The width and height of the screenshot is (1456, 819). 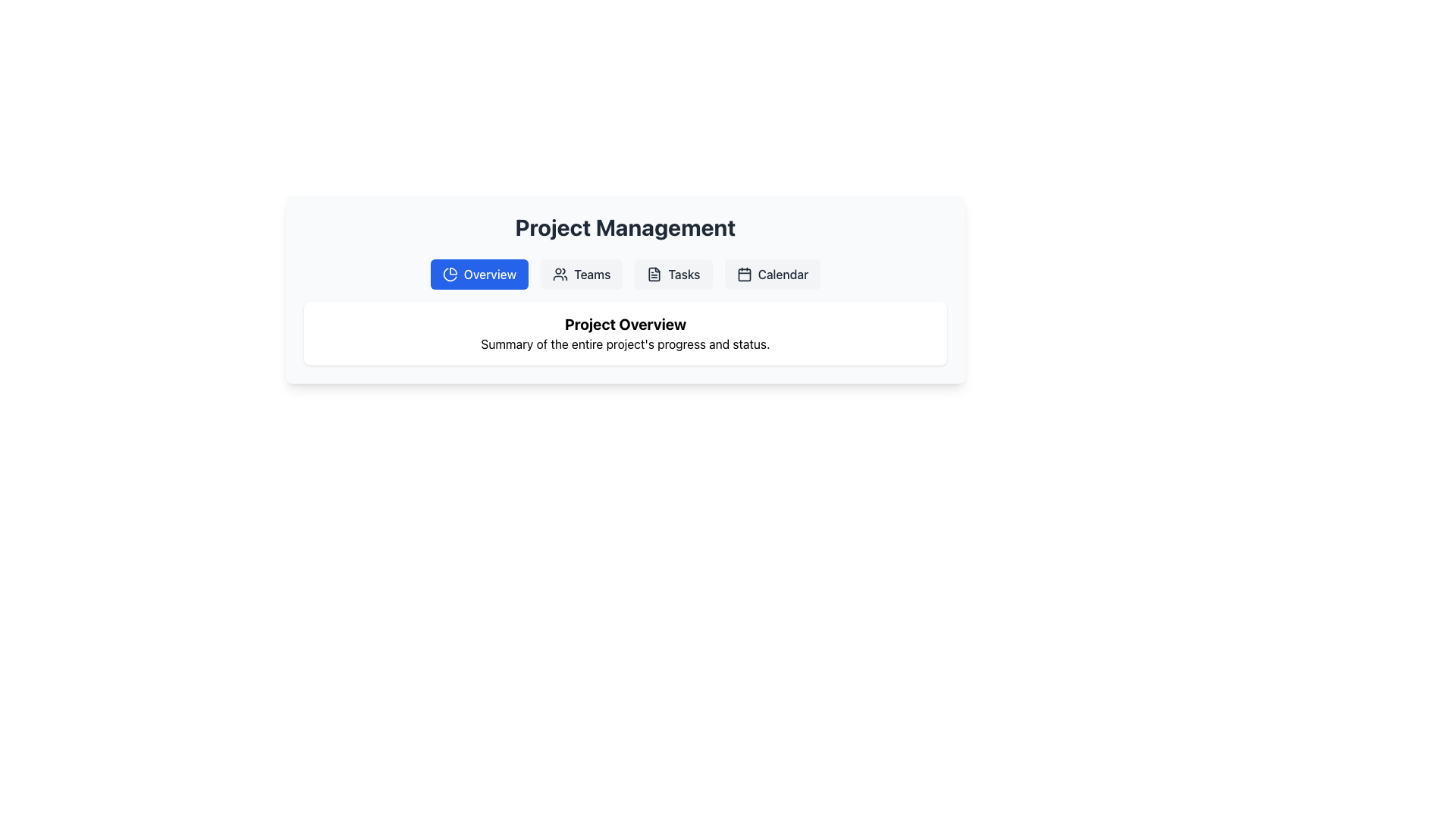 What do you see at coordinates (744, 275) in the screenshot?
I see `the calendar icon located in the navigation menu under the 'Project Management' header` at bounding box center [744, 275].